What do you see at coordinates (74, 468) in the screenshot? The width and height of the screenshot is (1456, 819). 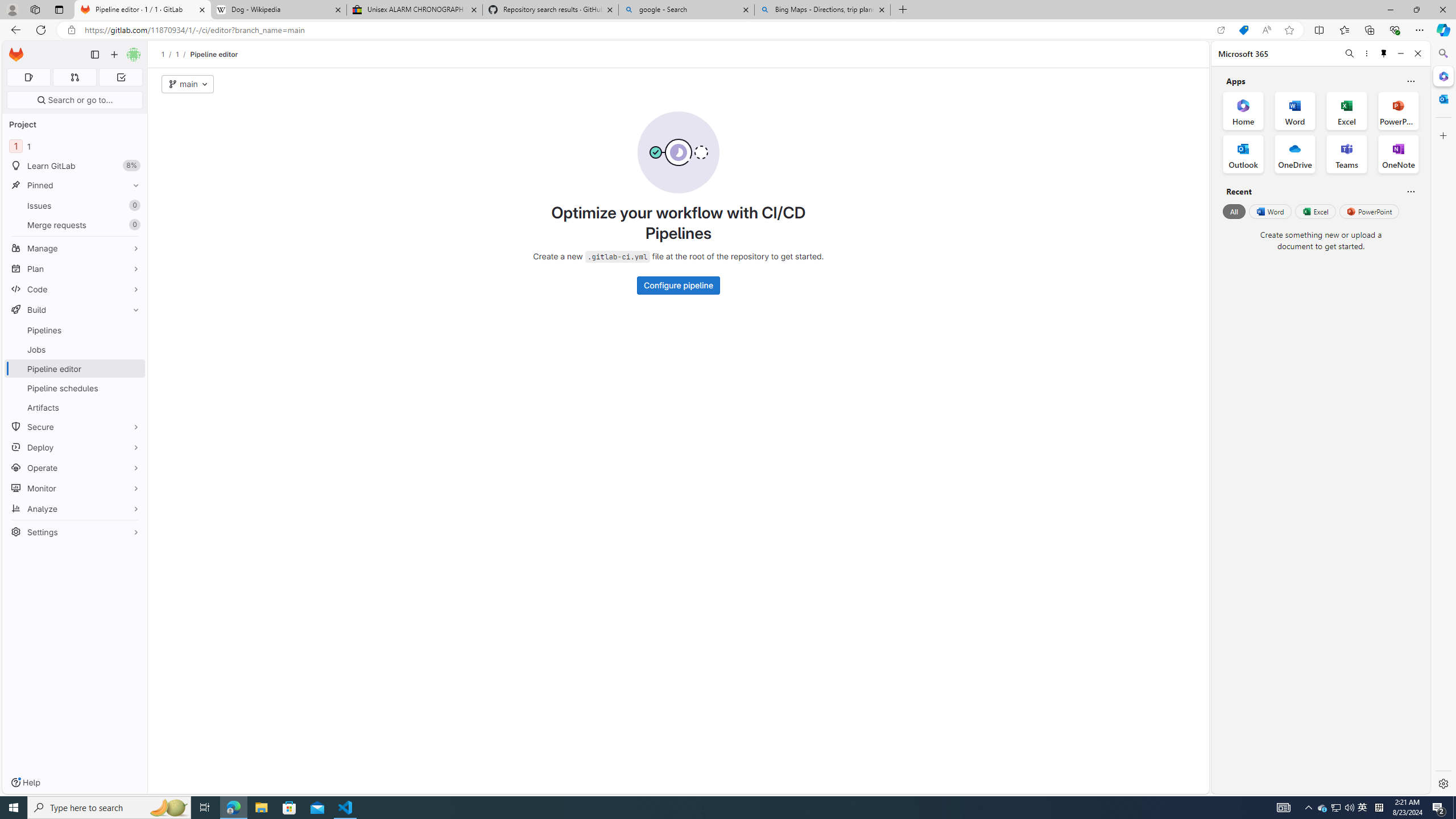 I see `'Operate'` at bounding box center [74, 468].